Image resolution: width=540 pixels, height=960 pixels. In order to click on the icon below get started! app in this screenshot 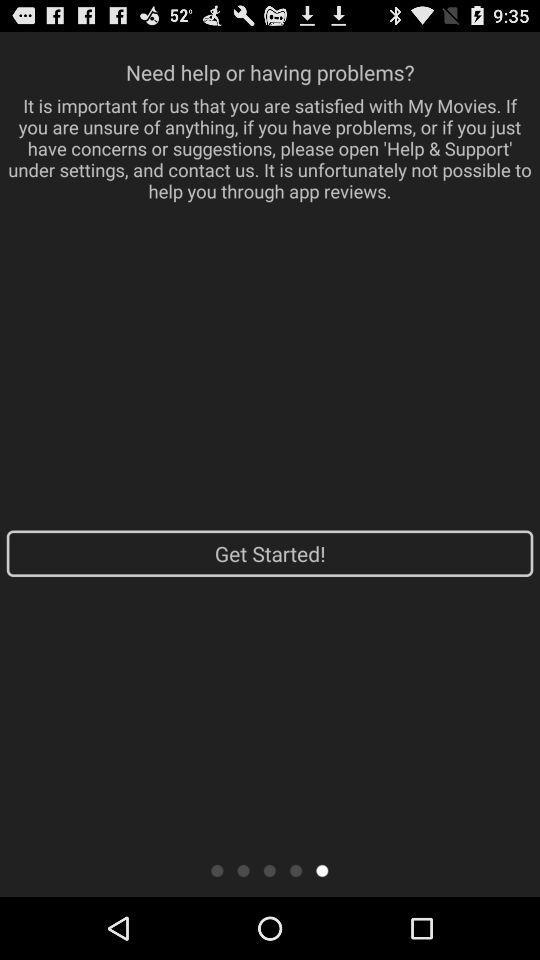, I will do `click(216, 869)`.